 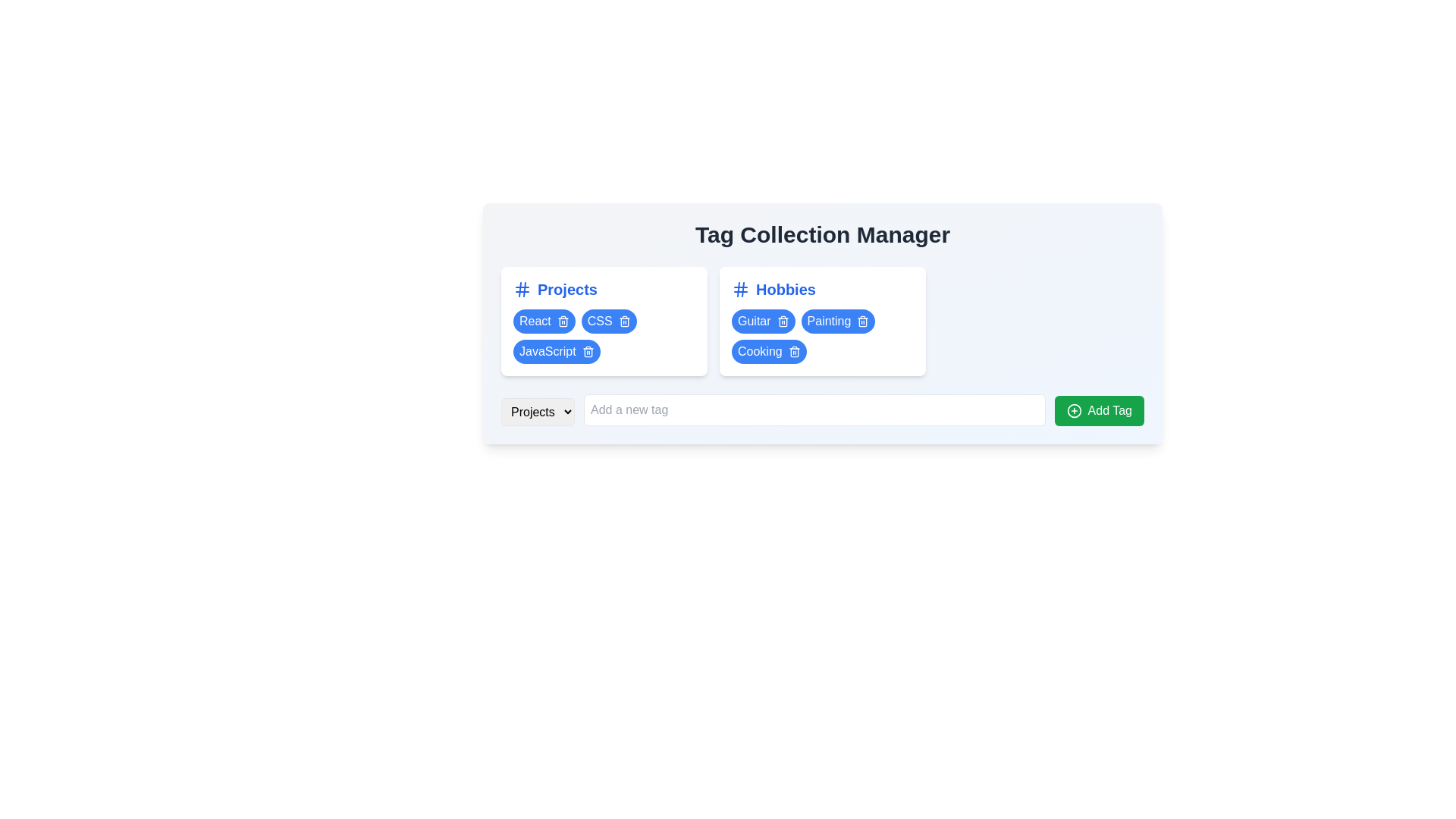 I want to click on the 'Add Tag' button, which features an icon to the left of the text, to initiate the addition of a tag, so click(x=1073, y=411).